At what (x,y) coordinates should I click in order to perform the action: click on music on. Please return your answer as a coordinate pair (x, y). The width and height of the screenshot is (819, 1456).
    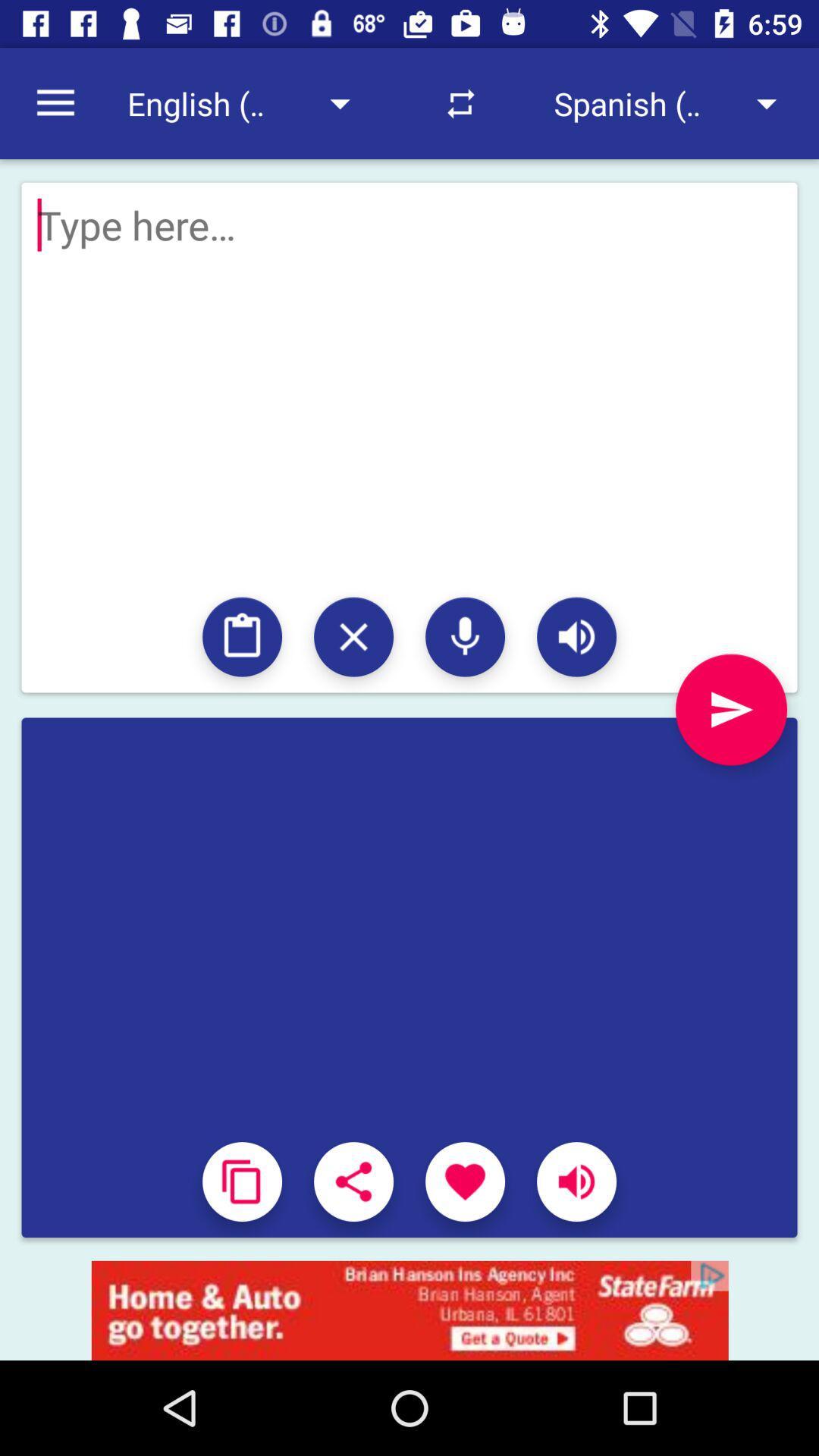
    Looking at the image, I should click on (576, 1181).